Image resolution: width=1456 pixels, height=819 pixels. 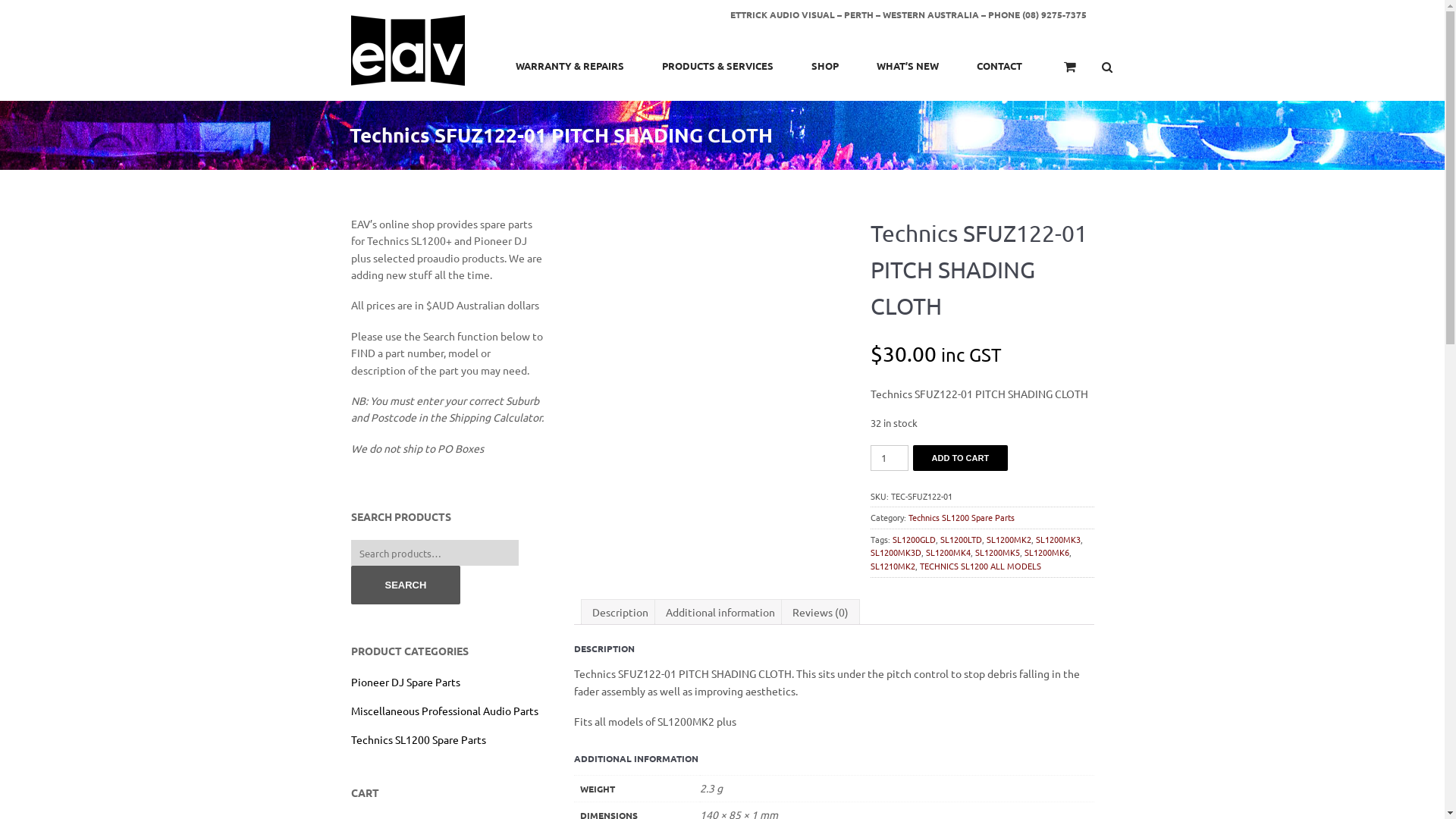 What do you see at coordinates (1057, 538) in the screenshot?
I see `'SL1200MK3'` at bounding box center [1057, 538].